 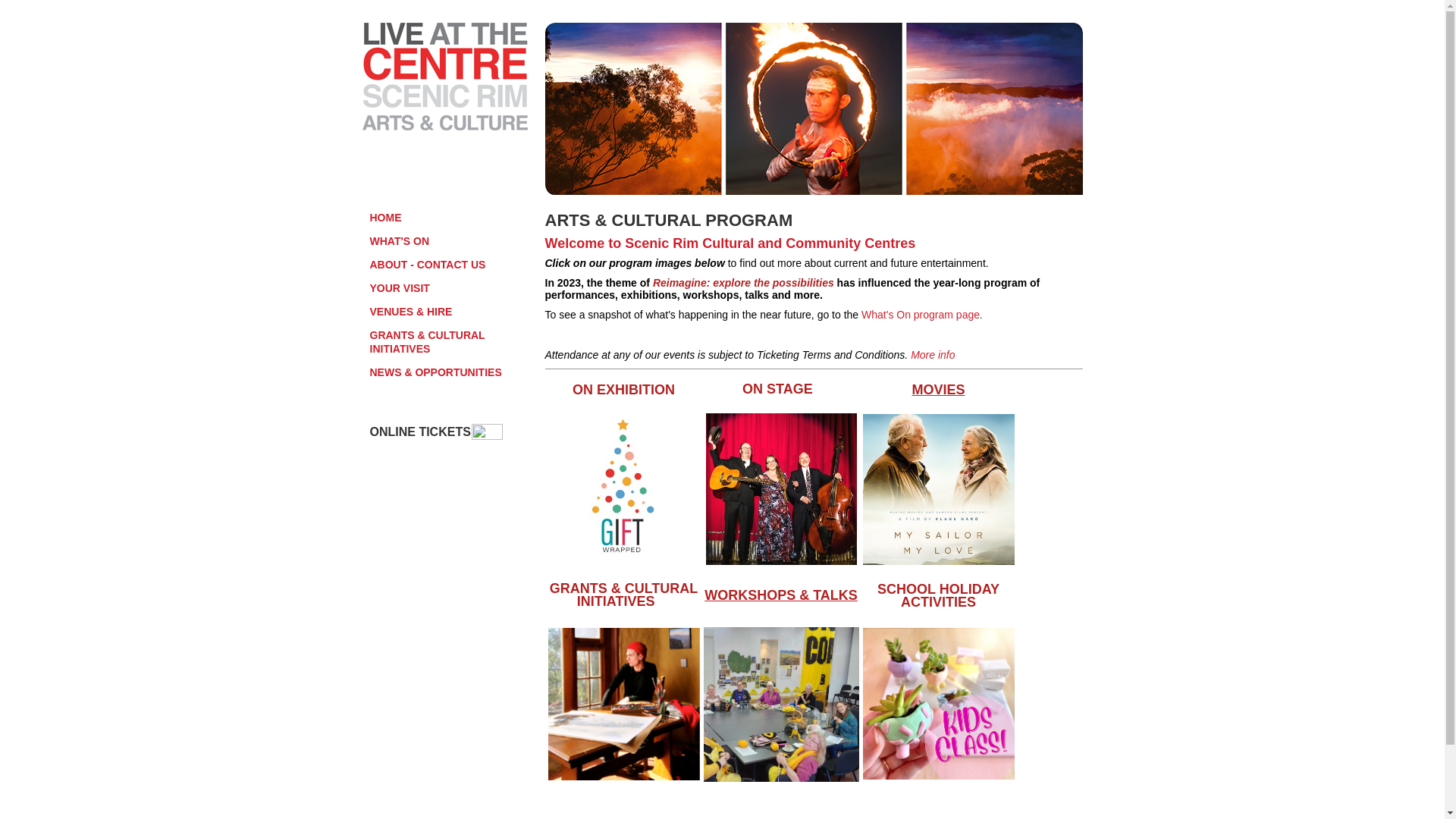 I want to click on 'HOME', so click(x=450, y=217).